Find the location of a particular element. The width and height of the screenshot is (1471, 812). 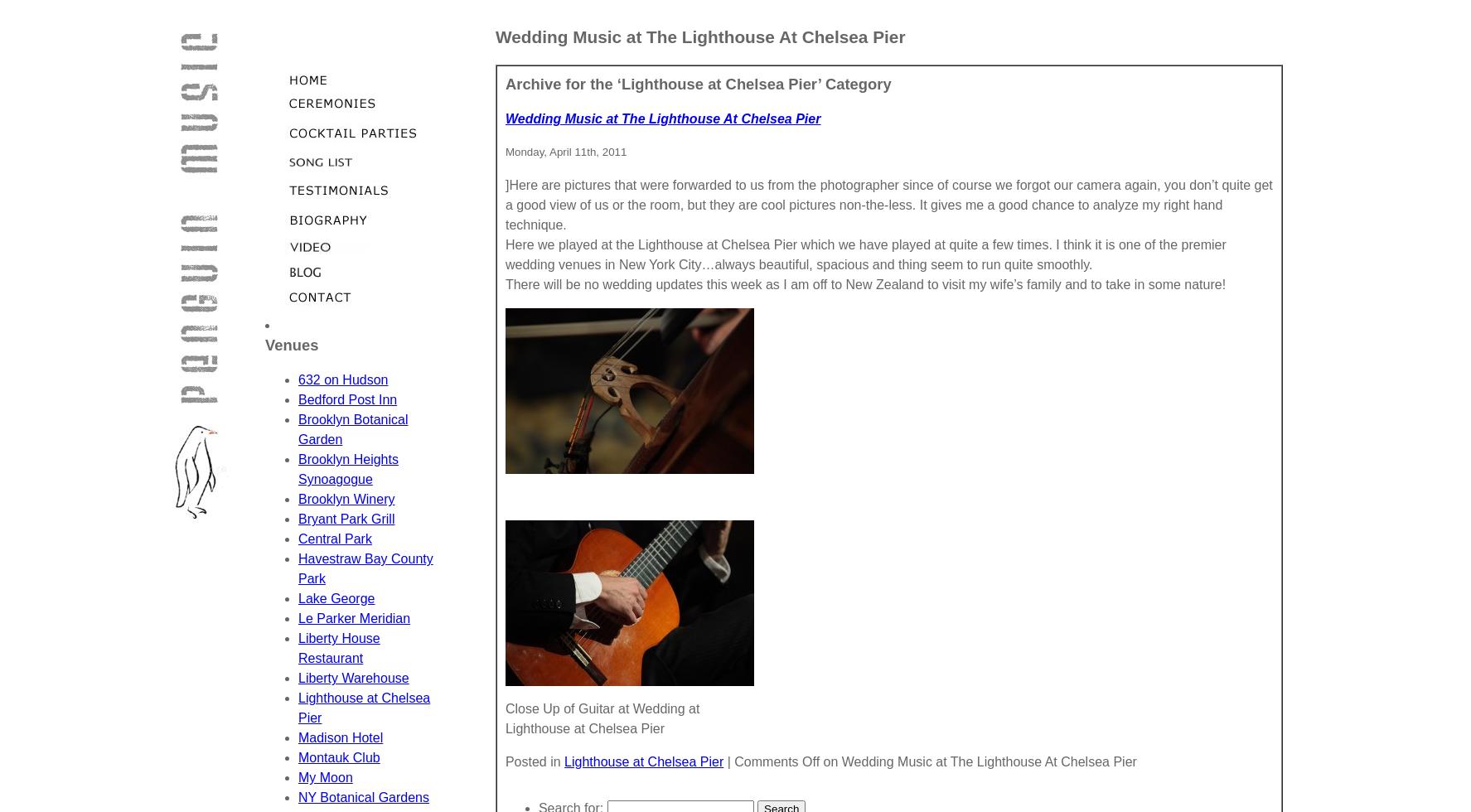

'Lake George' is located at coordinates (336, 598).